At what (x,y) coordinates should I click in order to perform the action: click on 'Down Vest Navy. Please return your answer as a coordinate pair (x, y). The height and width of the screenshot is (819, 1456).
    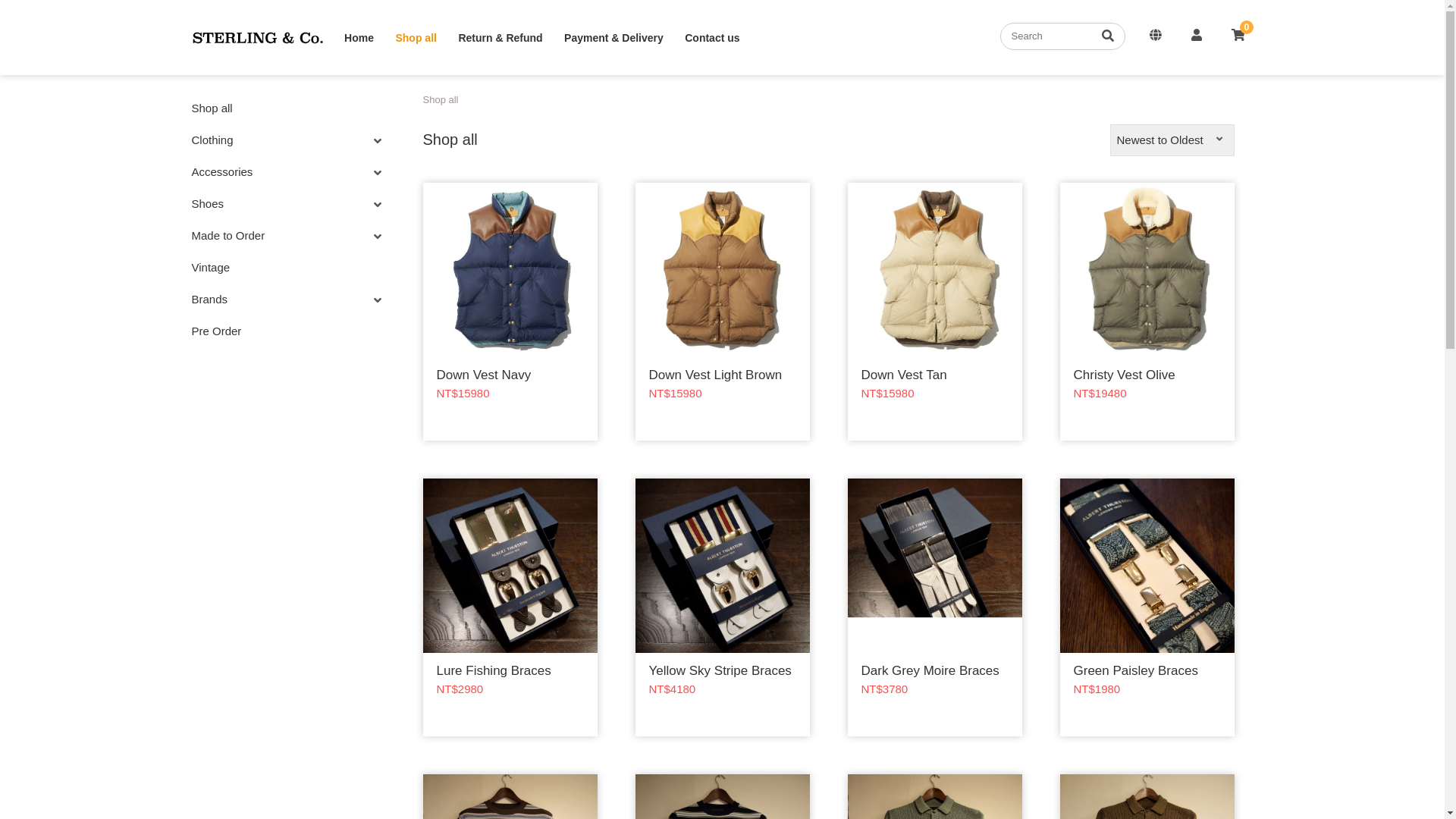
    Looking at the image, I should click on (510, 311).